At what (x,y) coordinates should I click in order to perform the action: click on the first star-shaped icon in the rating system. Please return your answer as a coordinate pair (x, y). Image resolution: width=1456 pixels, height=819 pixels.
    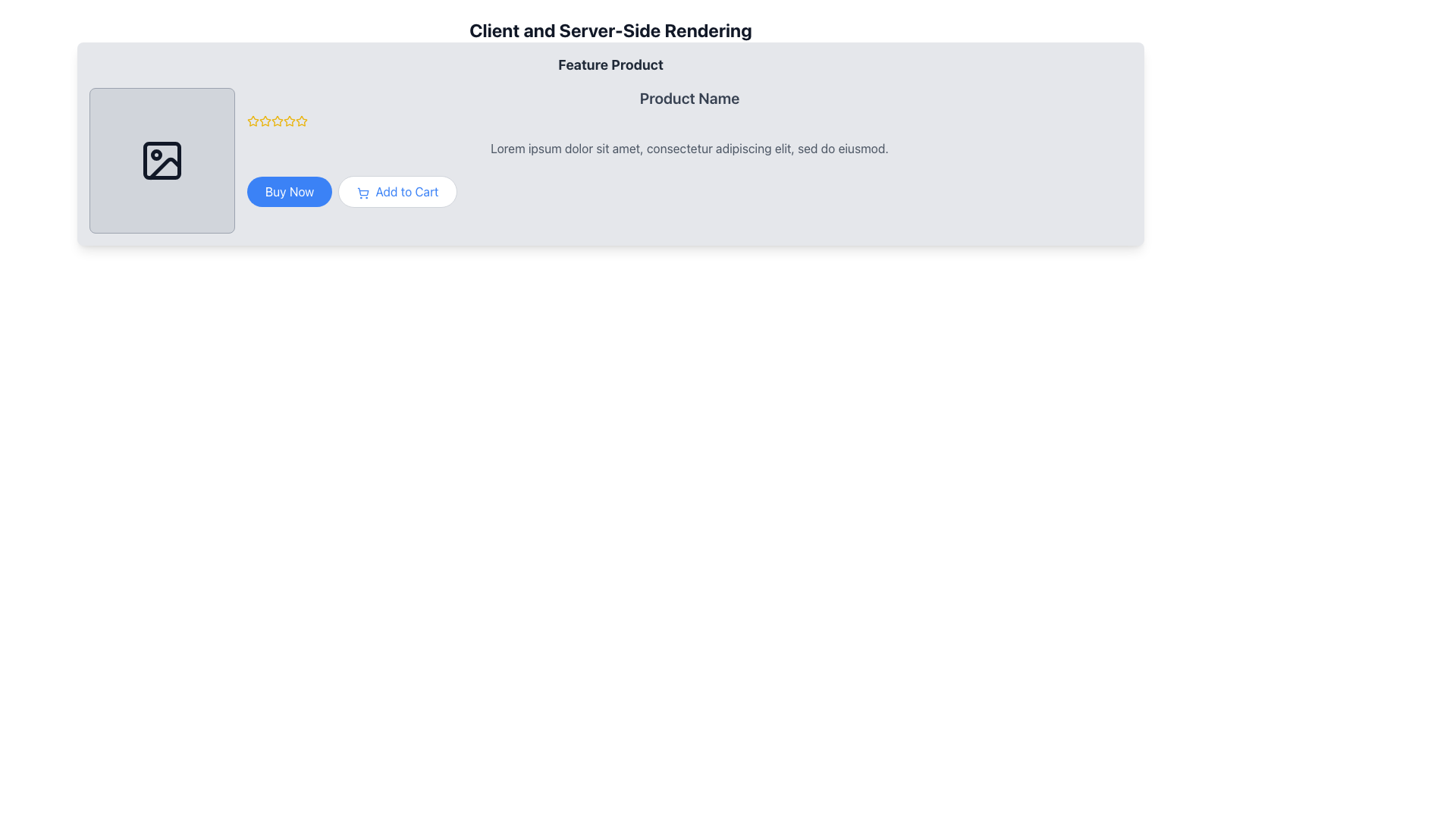
    Looking at the image, I should click on (265, 120).